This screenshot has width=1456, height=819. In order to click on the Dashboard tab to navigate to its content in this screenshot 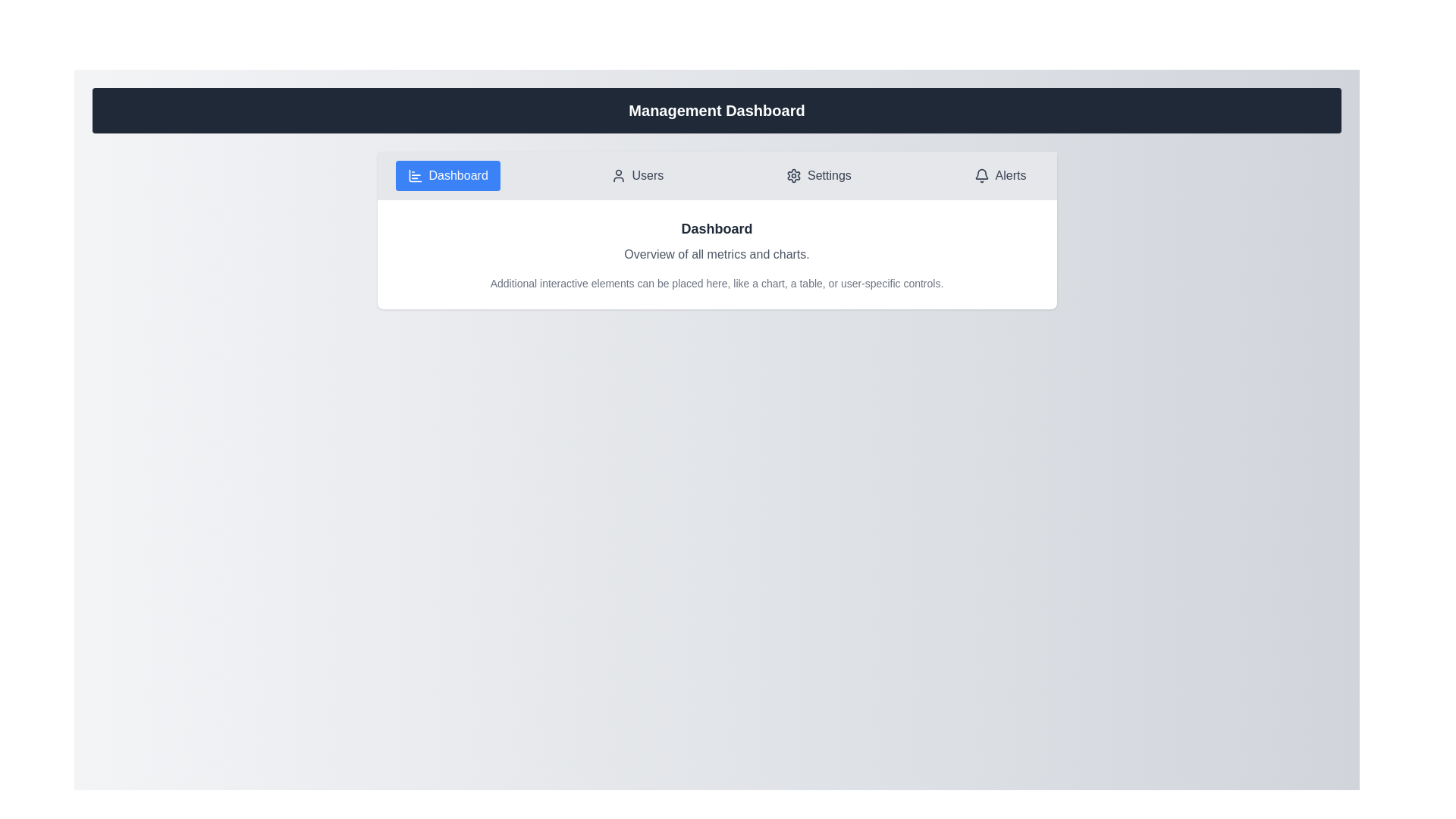, I will do `click(447, 174)`.